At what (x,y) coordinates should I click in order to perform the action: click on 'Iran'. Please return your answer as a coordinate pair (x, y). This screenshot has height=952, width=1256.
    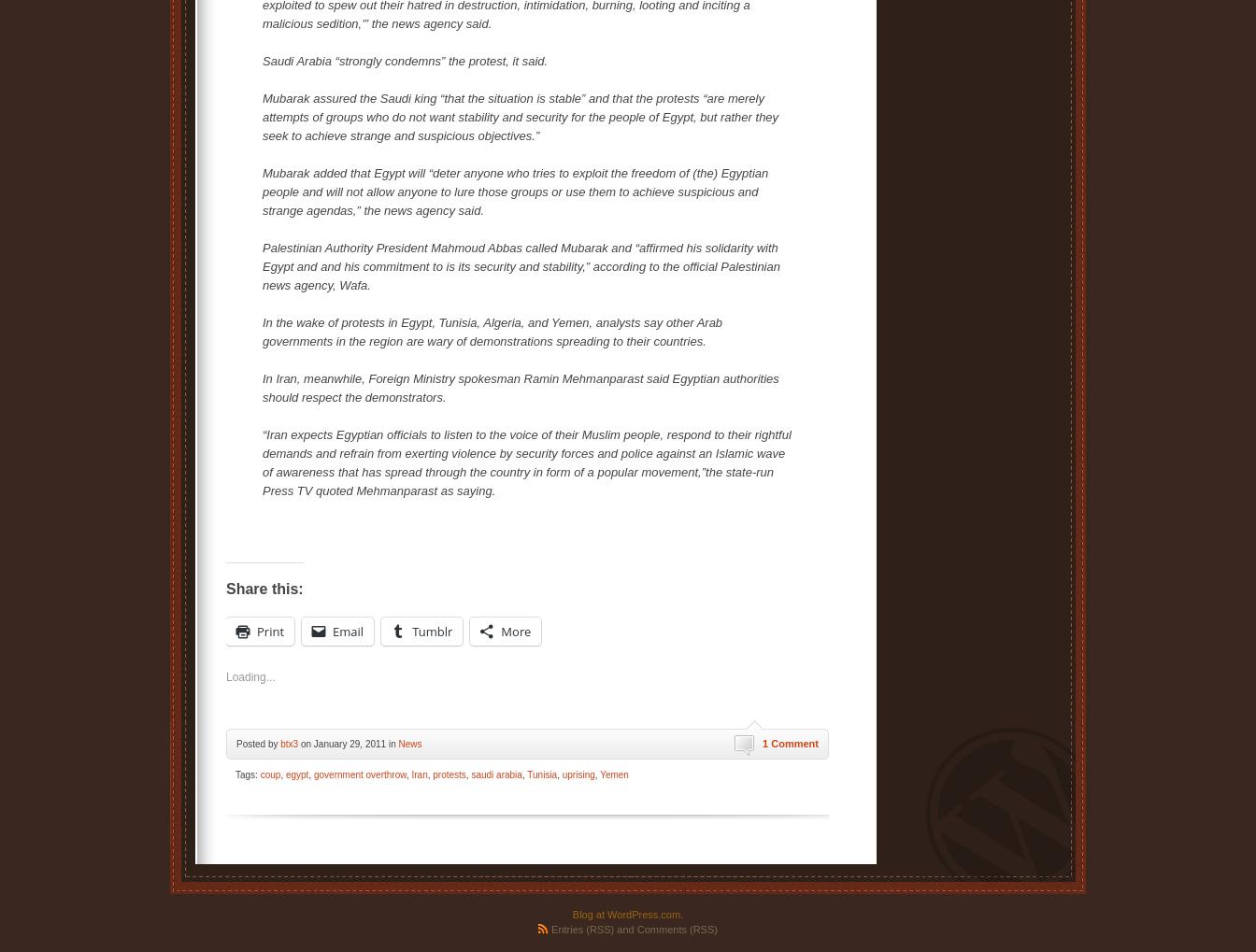
    Looking at the image, I should click on (419, 774).